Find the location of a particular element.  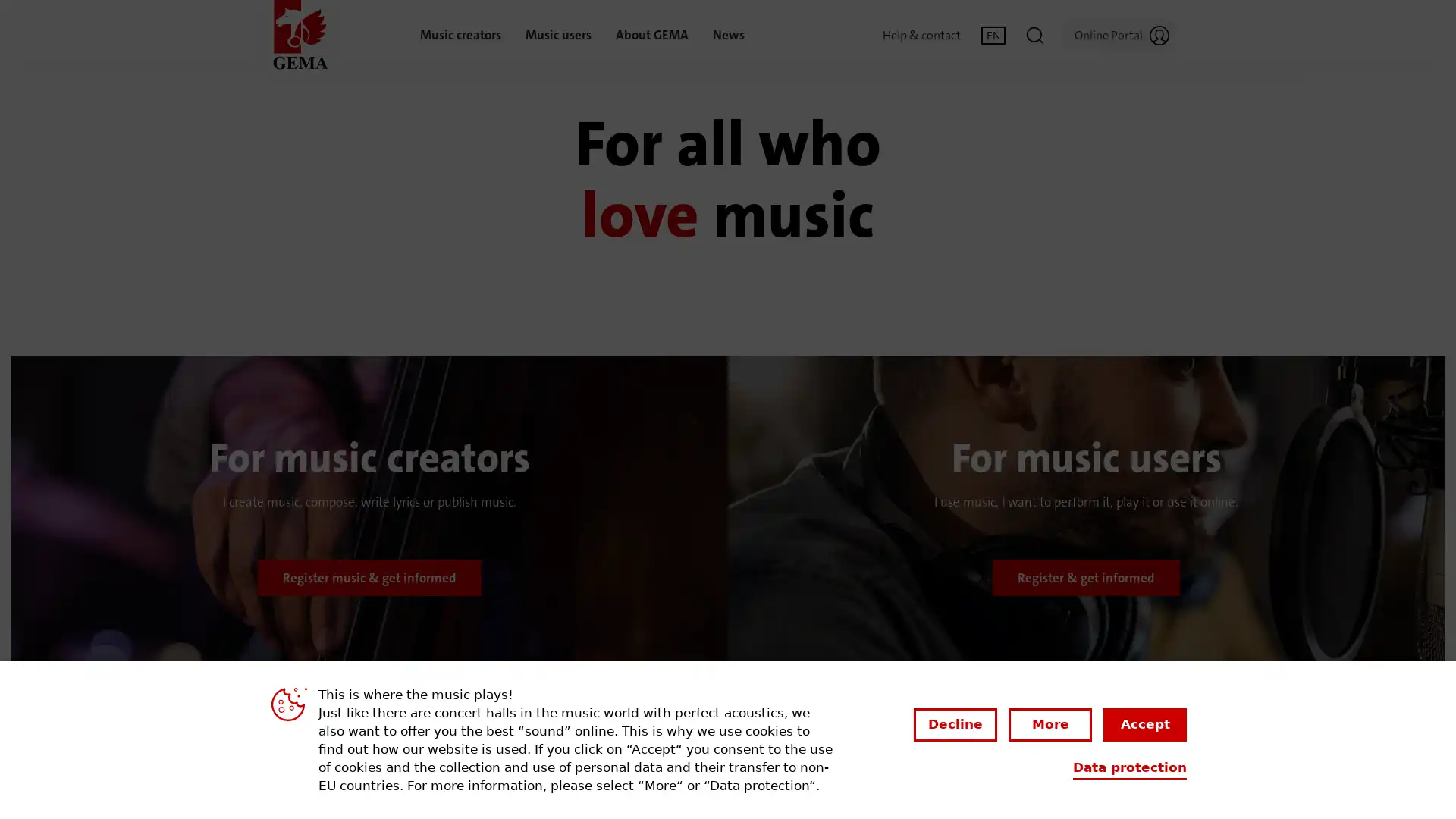

Help is located at coordinates (1372, 772).